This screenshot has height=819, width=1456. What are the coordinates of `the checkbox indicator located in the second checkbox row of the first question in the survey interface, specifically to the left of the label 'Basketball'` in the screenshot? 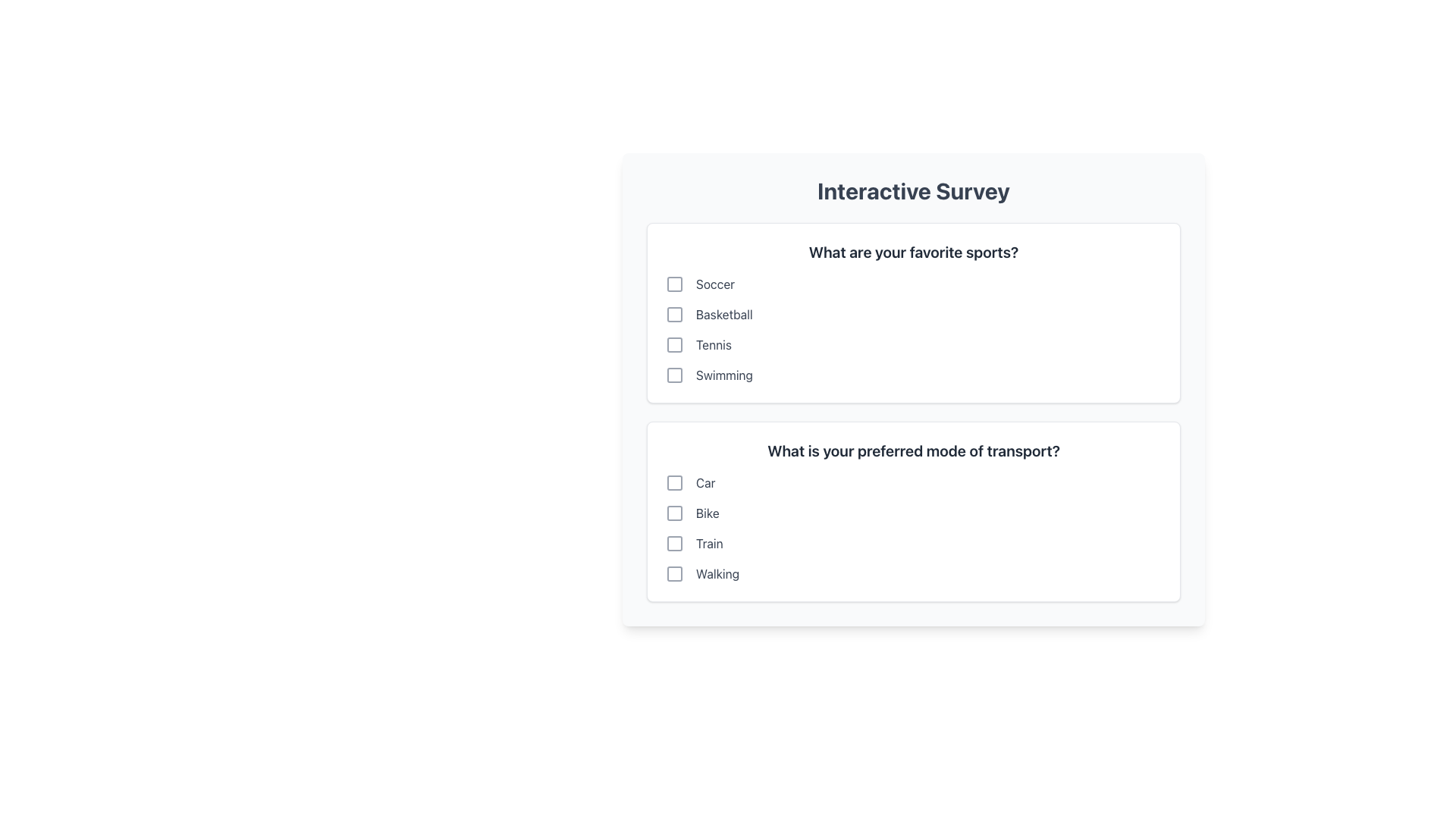 It's located at (673, 314).